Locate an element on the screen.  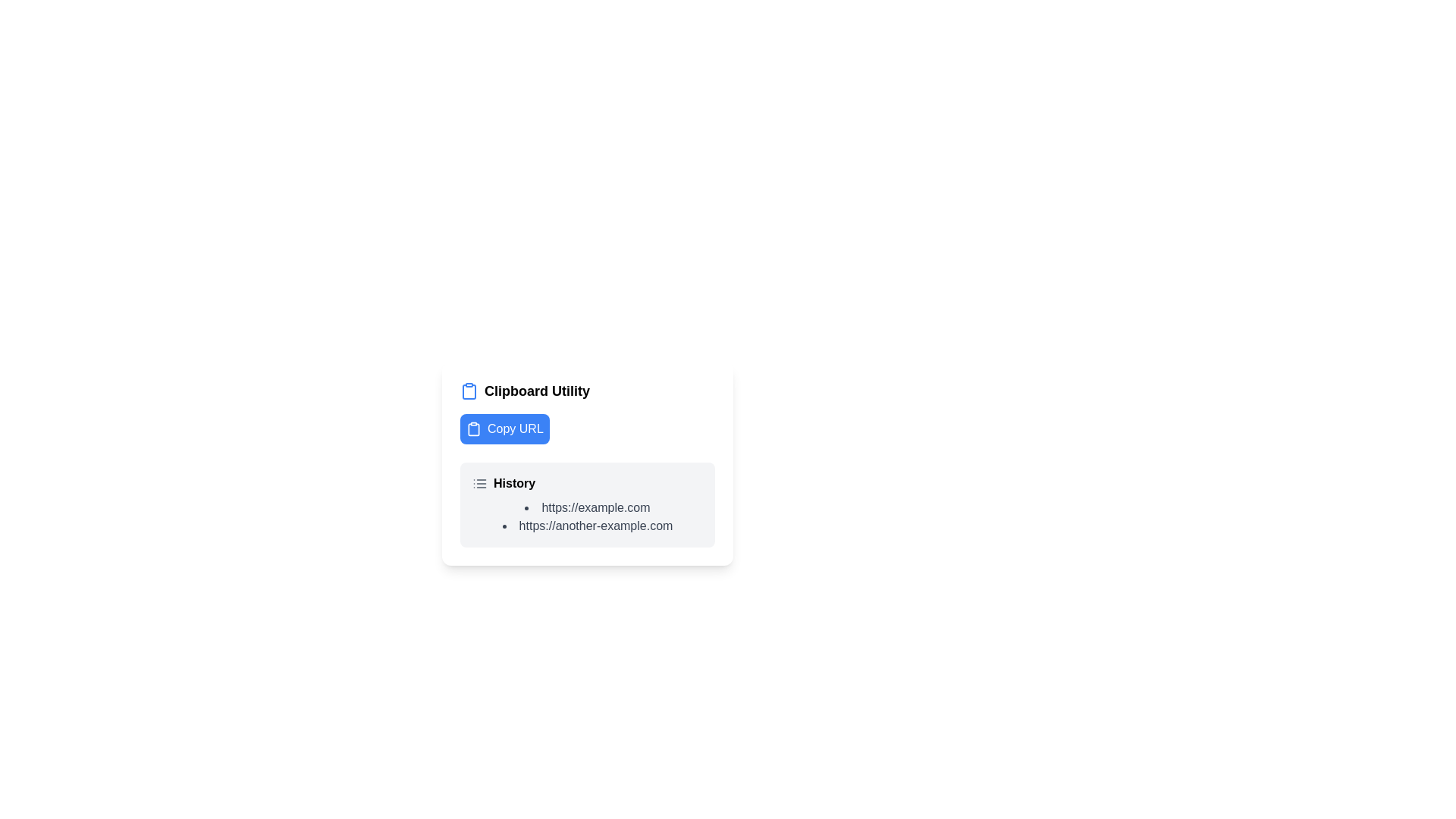
the second URL item in the Bulleted List located under the 'History' section of the 'Clipboard Utility' is located at coordinates (586, 516).